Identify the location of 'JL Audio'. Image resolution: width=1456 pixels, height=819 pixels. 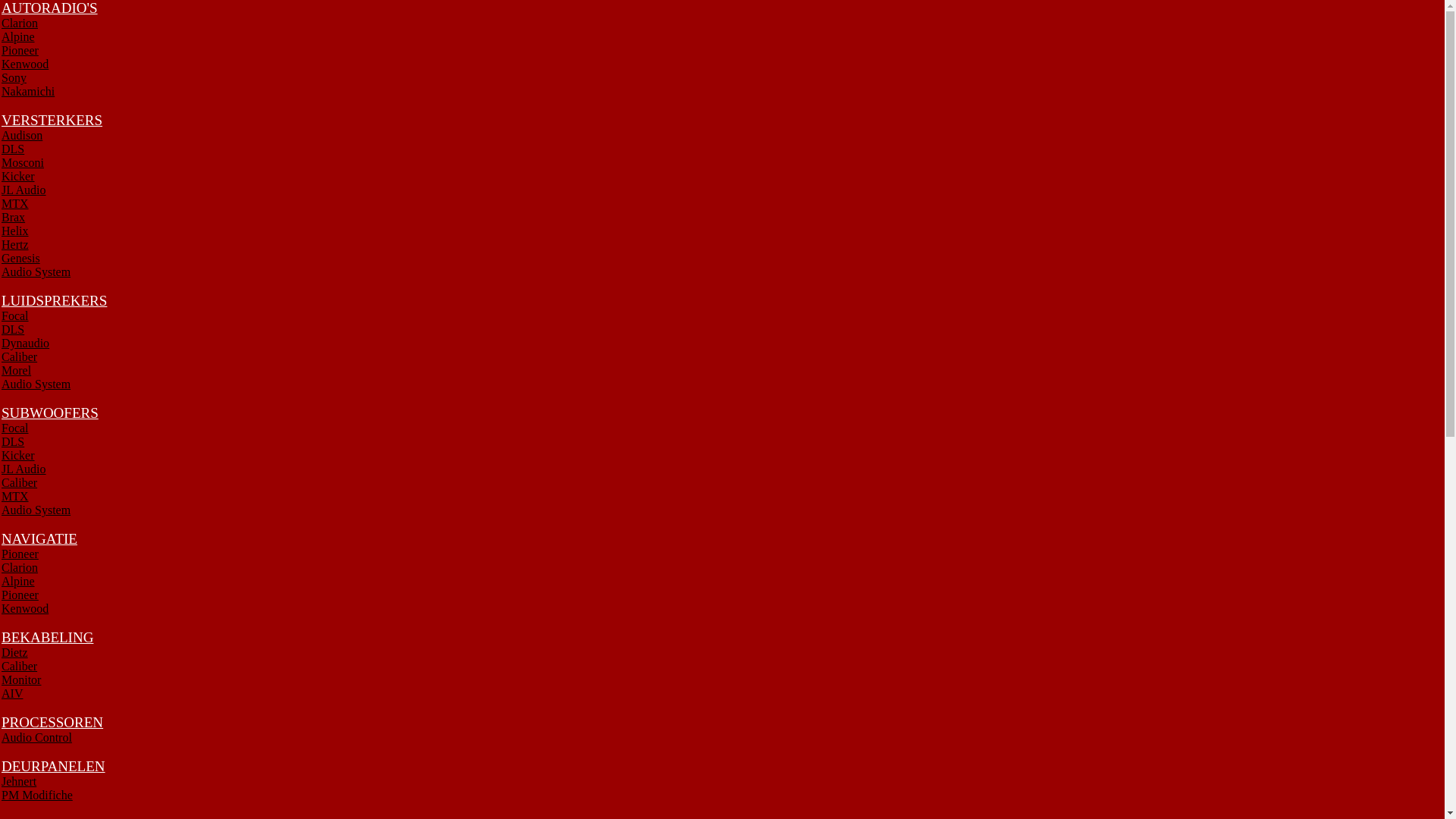
(24, 468).